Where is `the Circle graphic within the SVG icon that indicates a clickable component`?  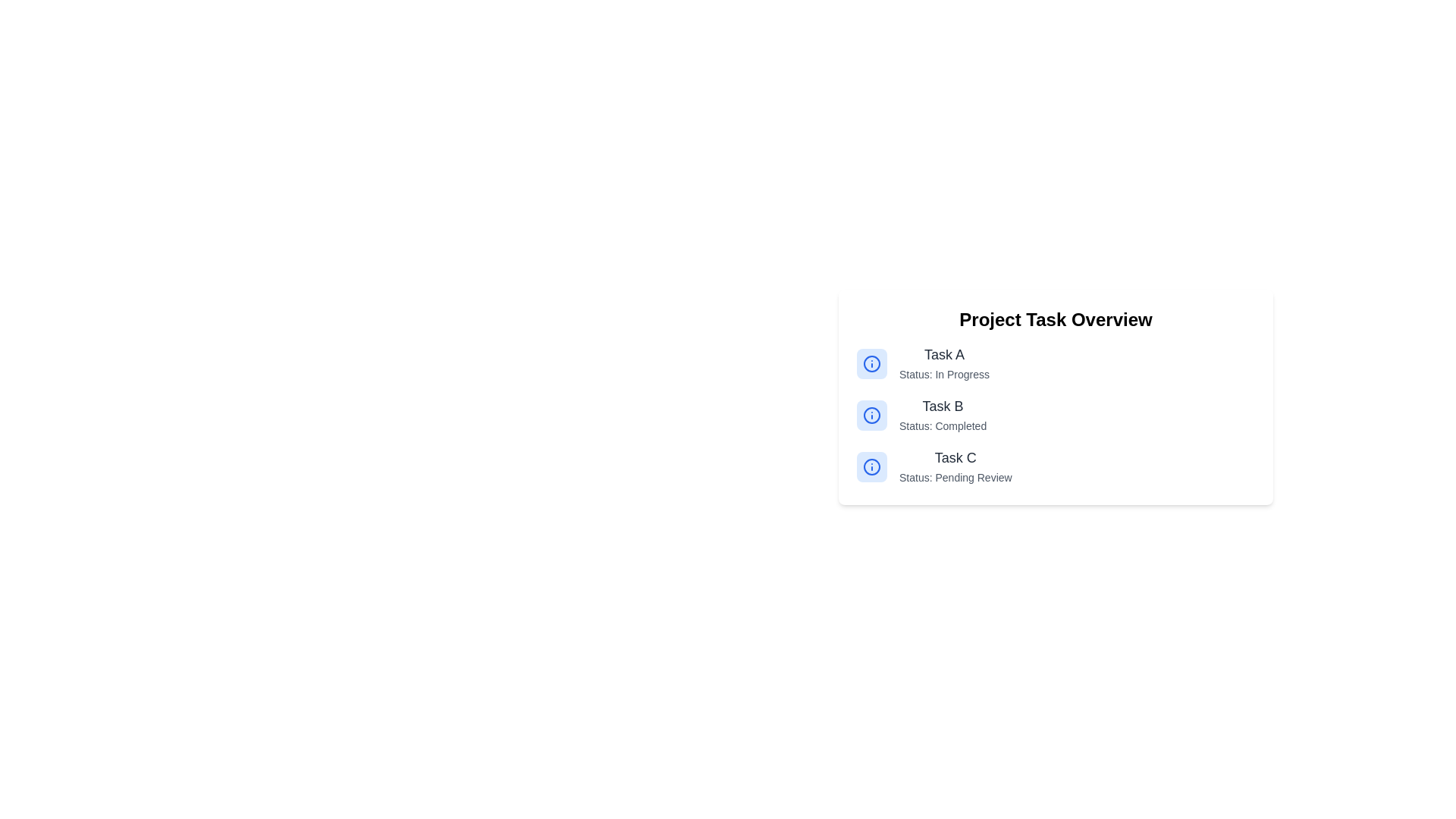 the Circle graphic within the SVG icon that indicates a clickable component is located at coordinates (872, 415).